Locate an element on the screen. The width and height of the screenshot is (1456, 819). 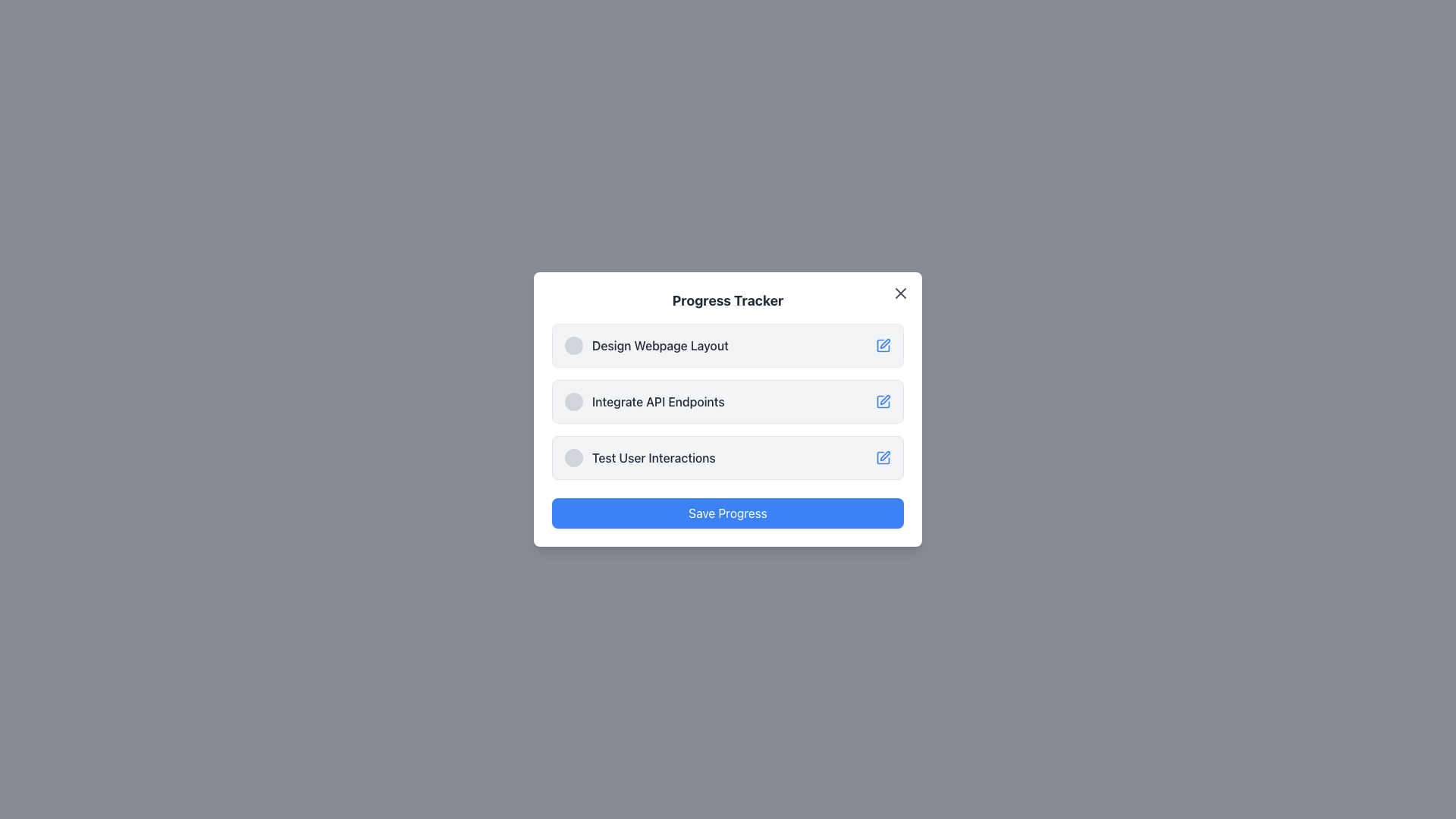
the Text Label displaying 'Test User Interactions' located in the third line item of a vertical list inside a centered modal, to the left of a circular icon button is located at coordinates (654, 457).